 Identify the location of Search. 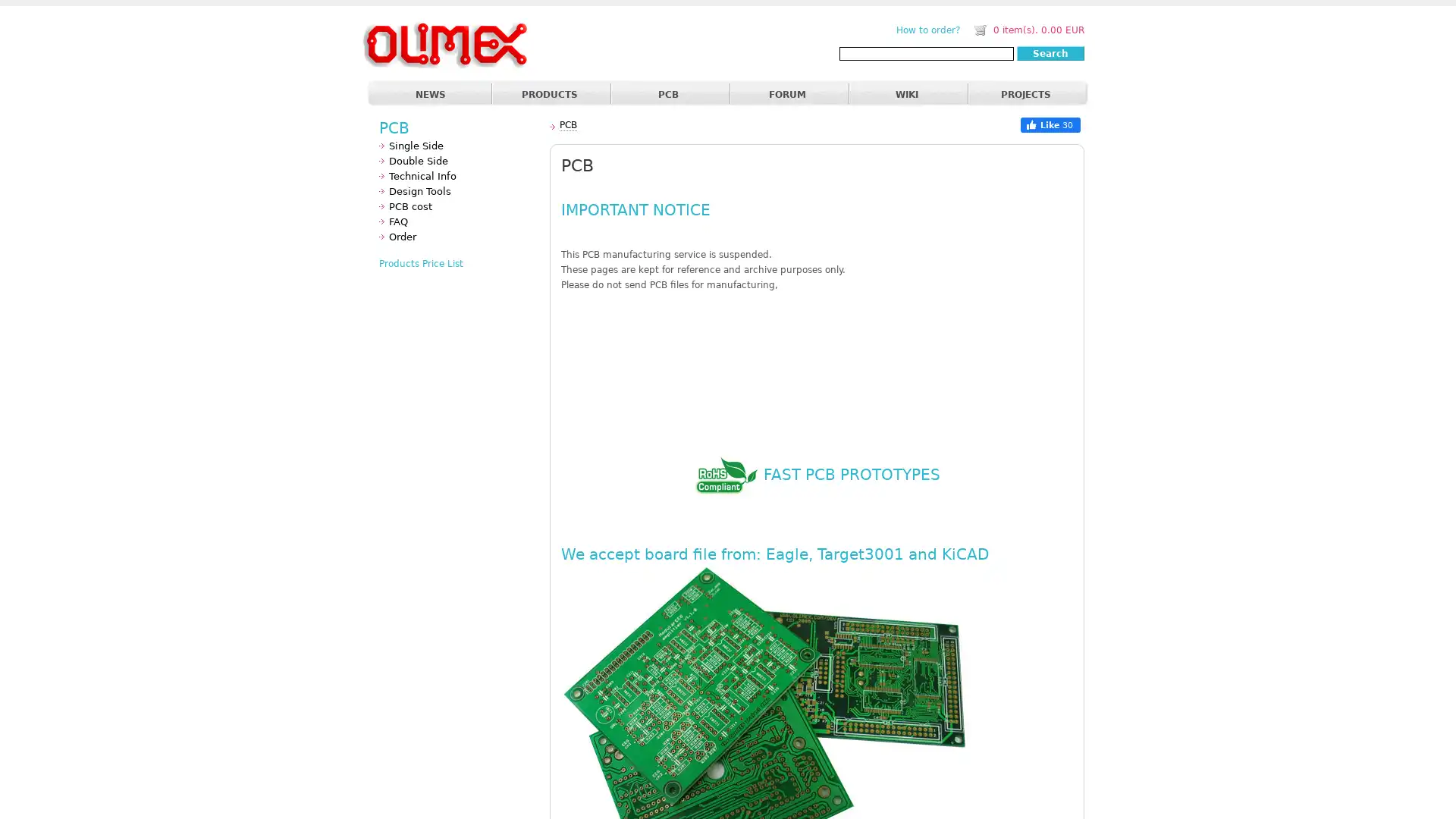
(1050, 52).